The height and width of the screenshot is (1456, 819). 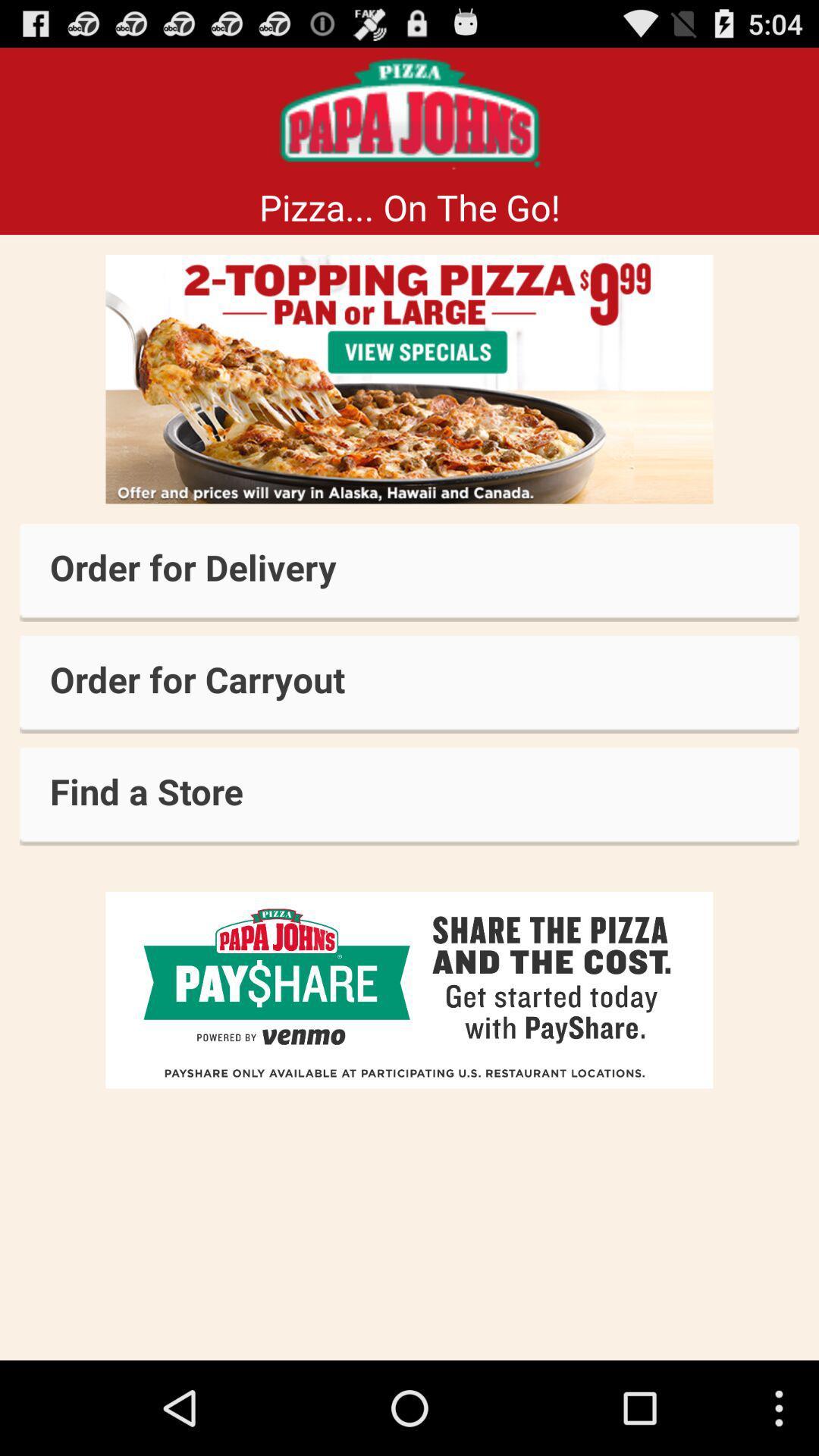 What do you see at coordinates (409, 795) in the screenshot?
I see `find a store` at bounding box center [409, 795].